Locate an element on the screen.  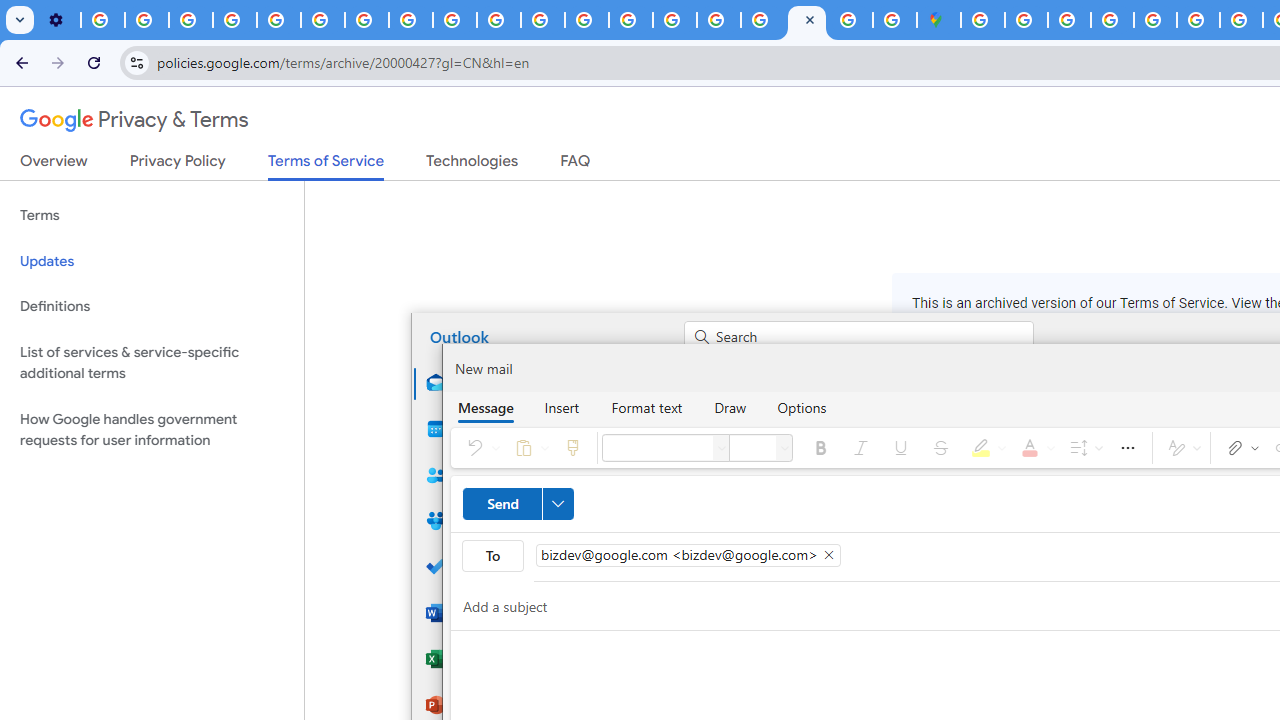
'Font size' is located at coordinates (751, 447).